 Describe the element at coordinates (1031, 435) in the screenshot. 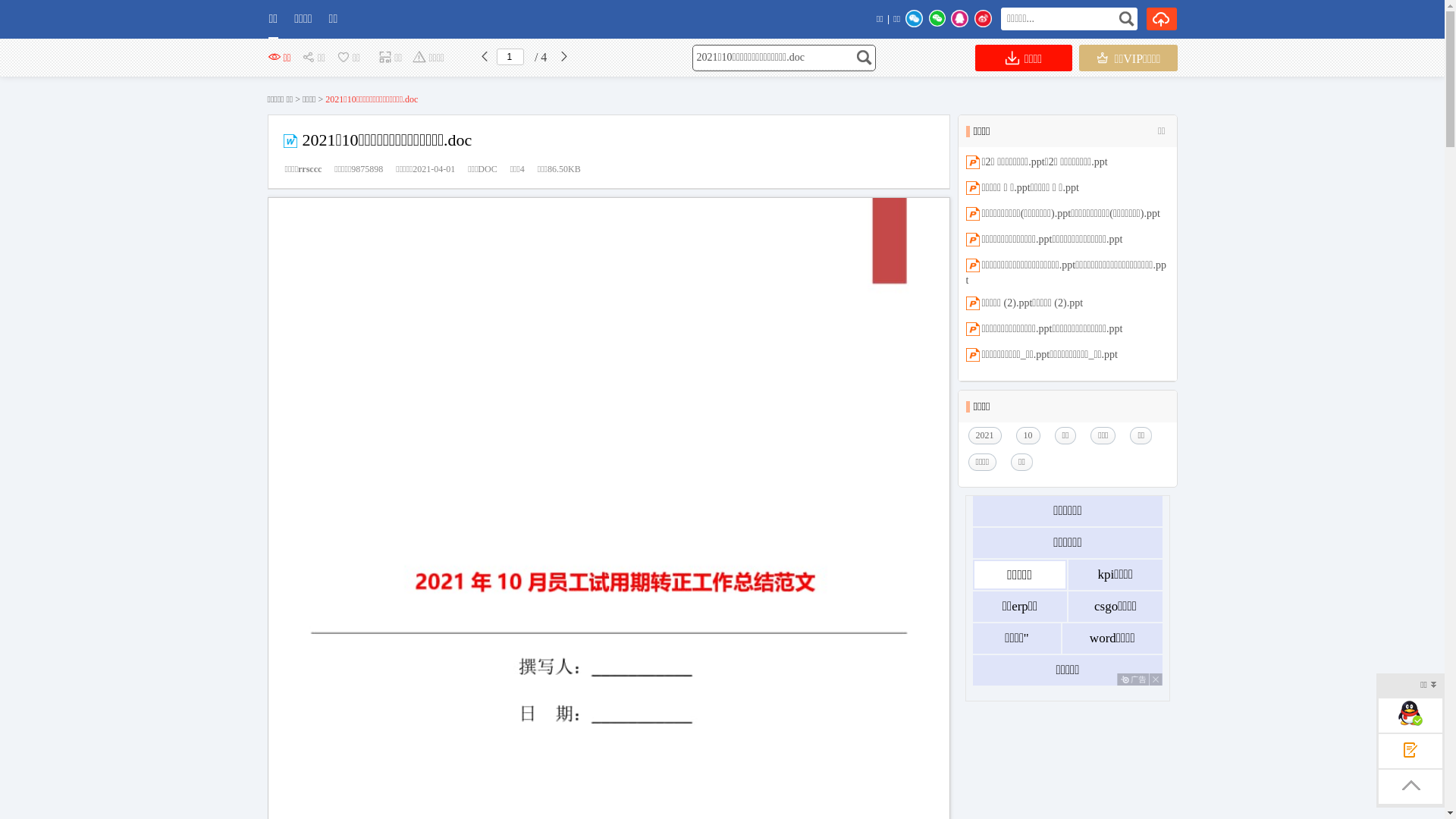

I see `'10'` at that location.